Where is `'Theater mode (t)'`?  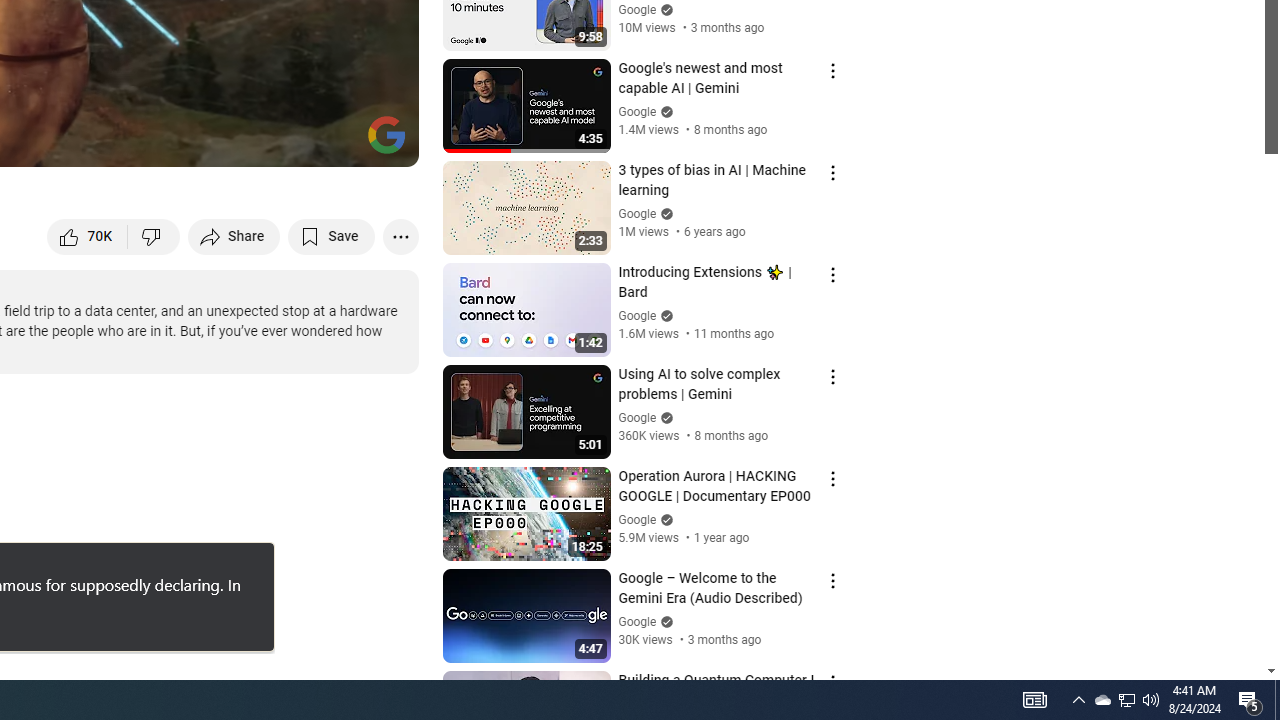
'Theater mode (t)' is located at coordinates (334, 141).